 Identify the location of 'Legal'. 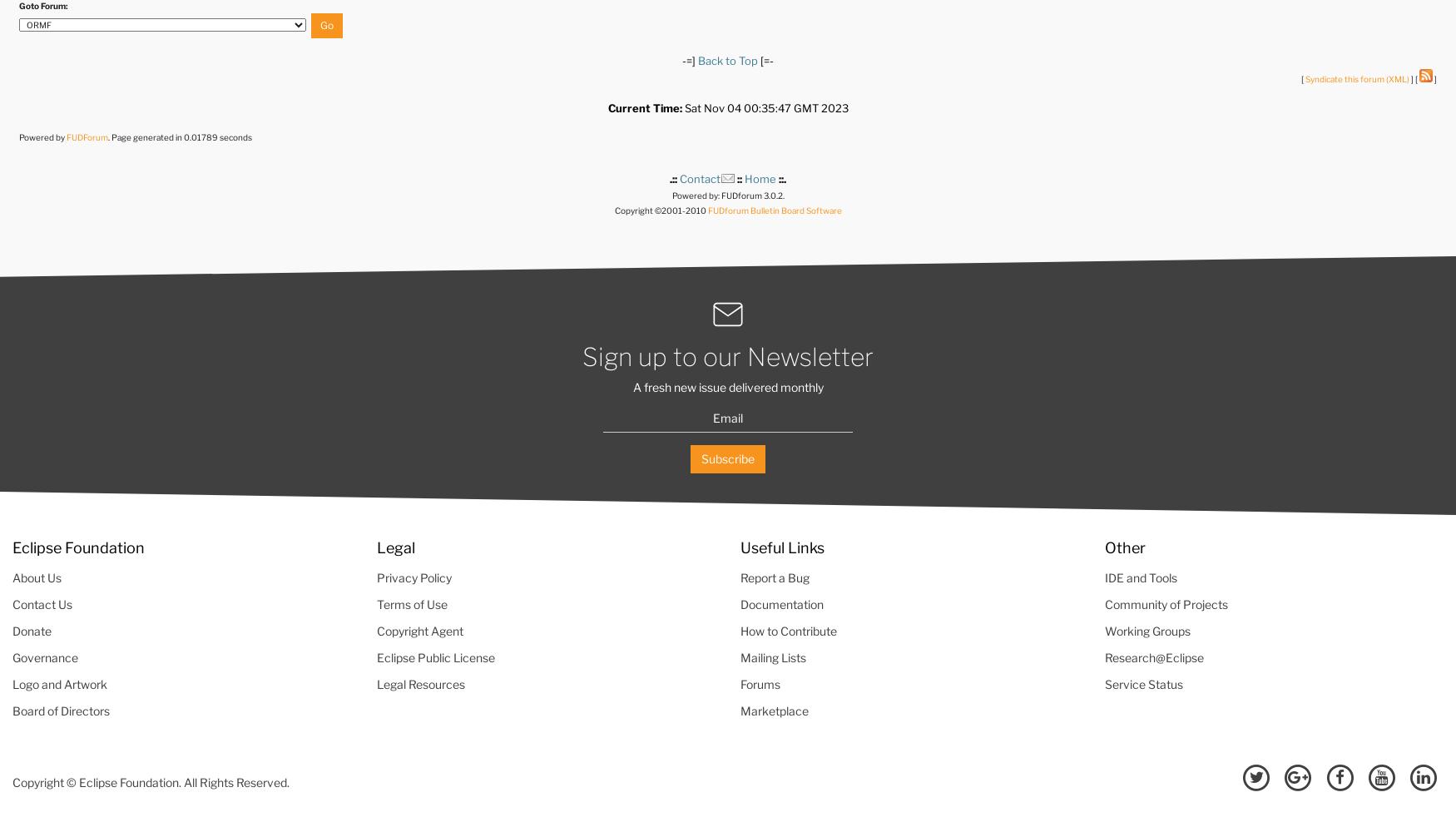
(394, 546).